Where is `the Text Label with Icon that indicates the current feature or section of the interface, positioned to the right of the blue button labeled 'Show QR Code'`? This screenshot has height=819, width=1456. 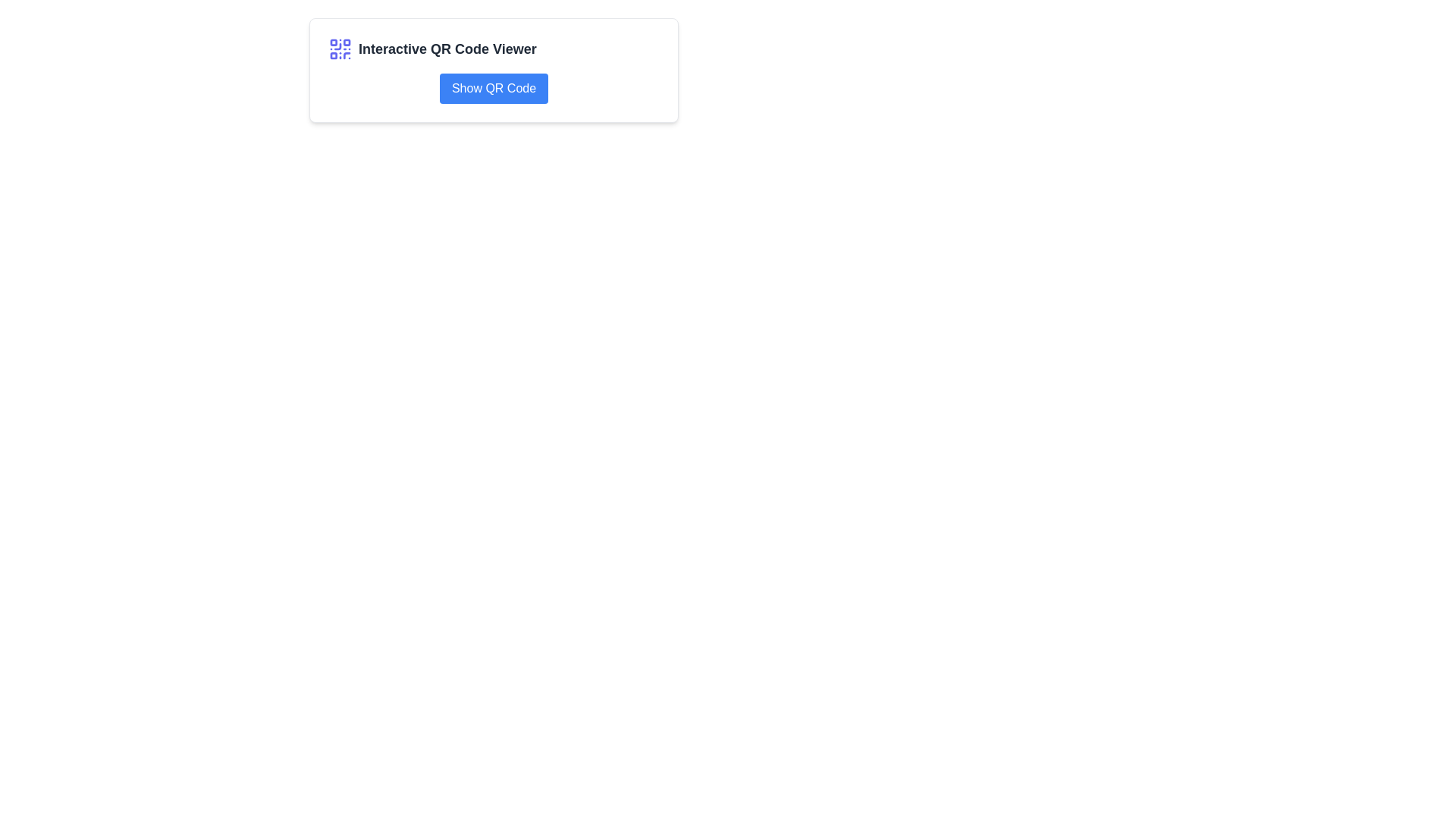
the Text Label with Icon that indicates the current feature or section of the interface, positioned to the right of the blue button labeled 'Show QR Code' is located at coordinates (494, 49).